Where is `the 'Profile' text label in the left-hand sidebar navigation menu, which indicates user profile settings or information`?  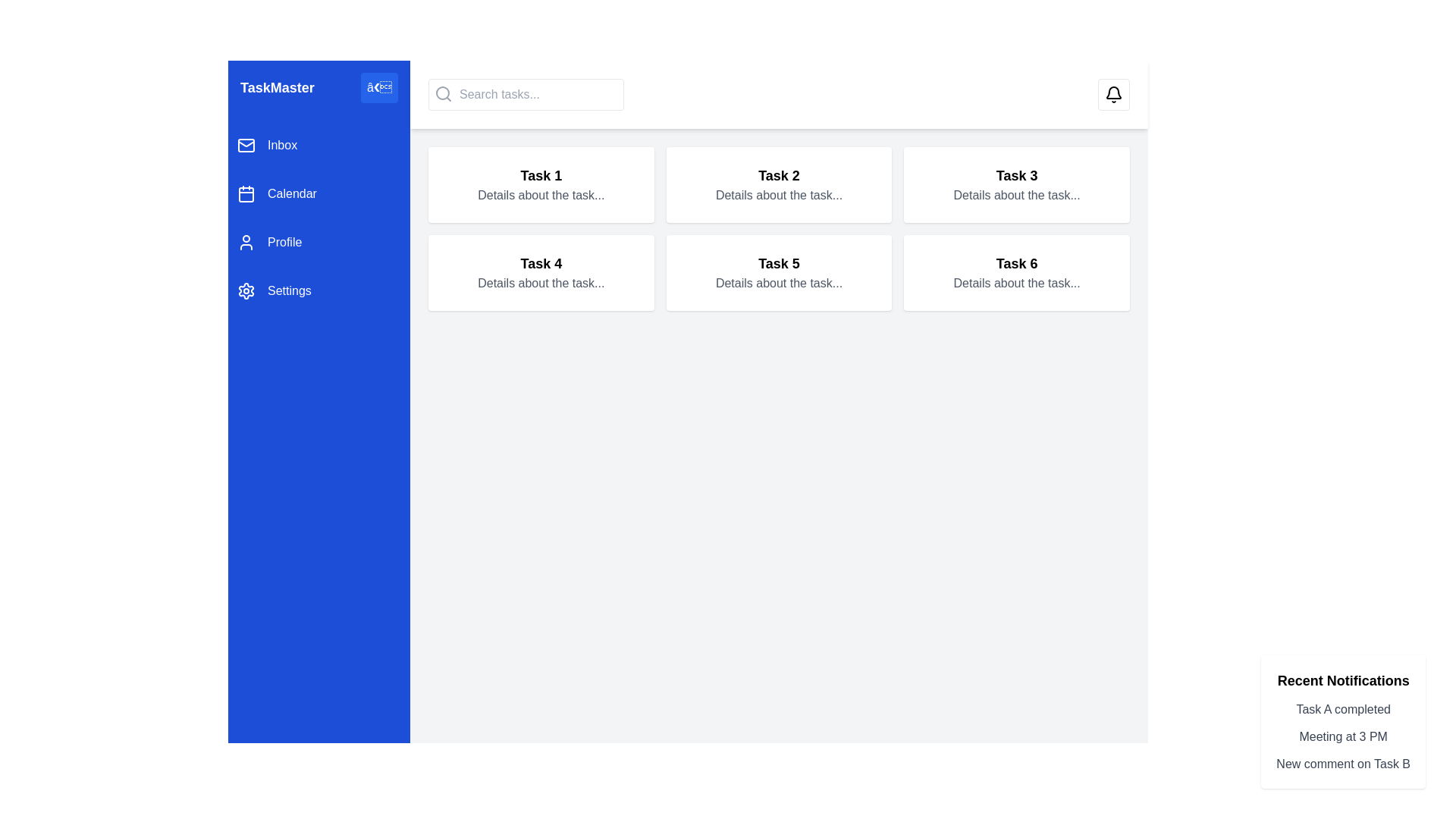 the 'Profile' text label in the left-hand sidebar navigation menu, which indicates user profile settings or information is located at coordinates (284, 242).